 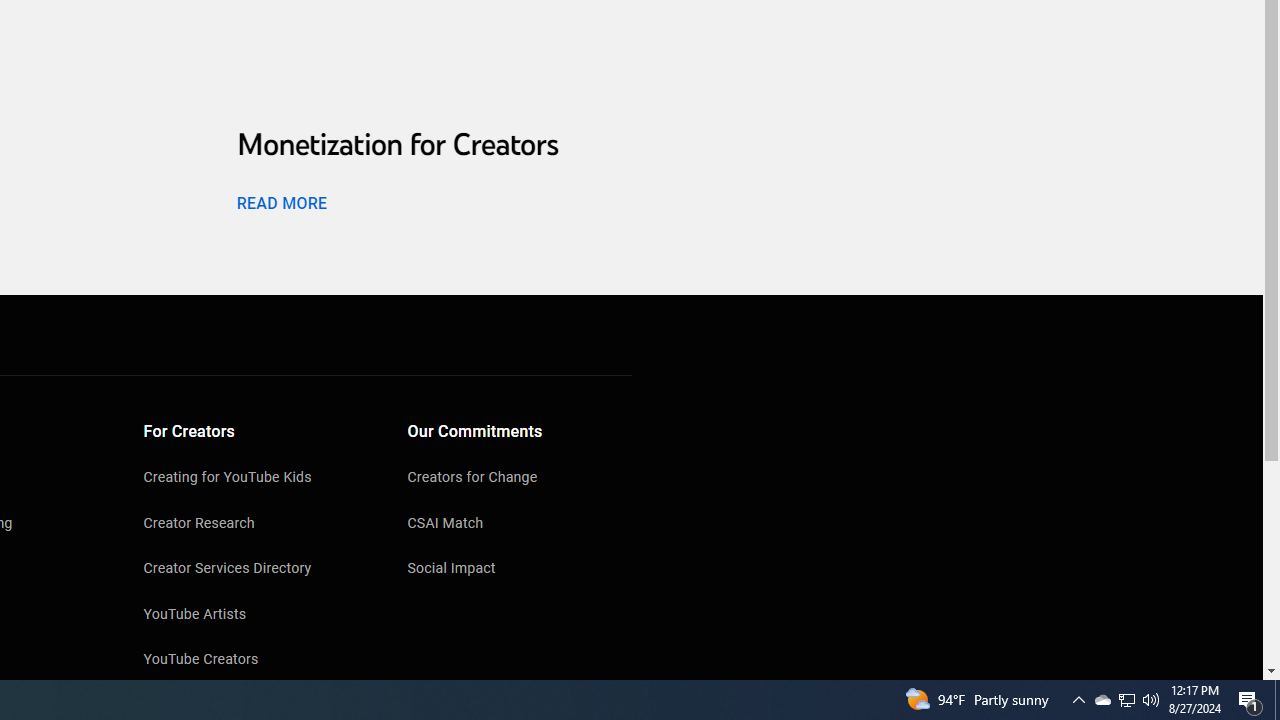 What do you see at coordinates (519, 570) in the screenshot?
I see `'Social Impact'` at bounding box center [519, 570].